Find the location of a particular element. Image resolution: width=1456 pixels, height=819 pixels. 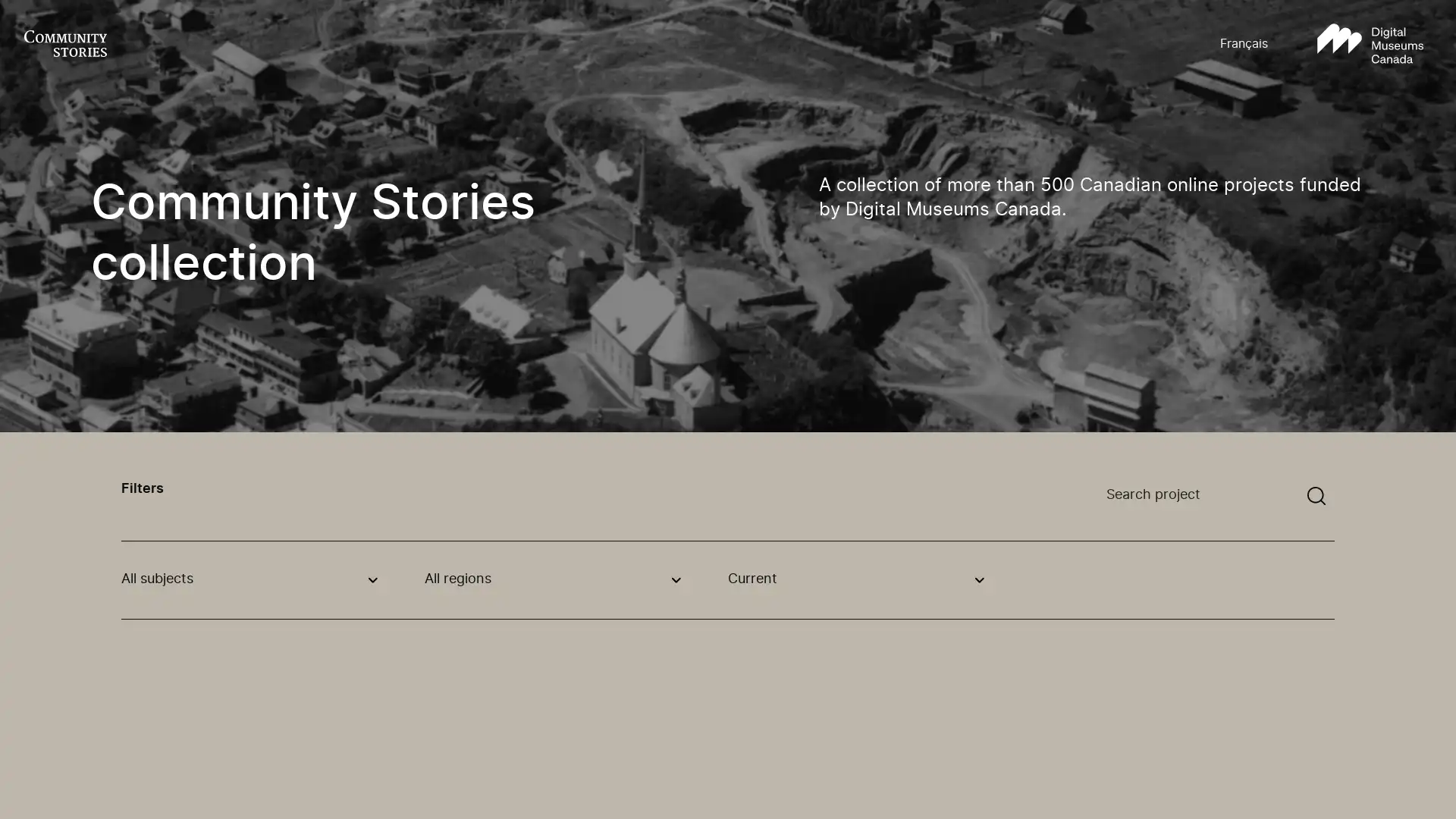

Go to Digital Museums Canada website is located at coordinates (1370, 43).